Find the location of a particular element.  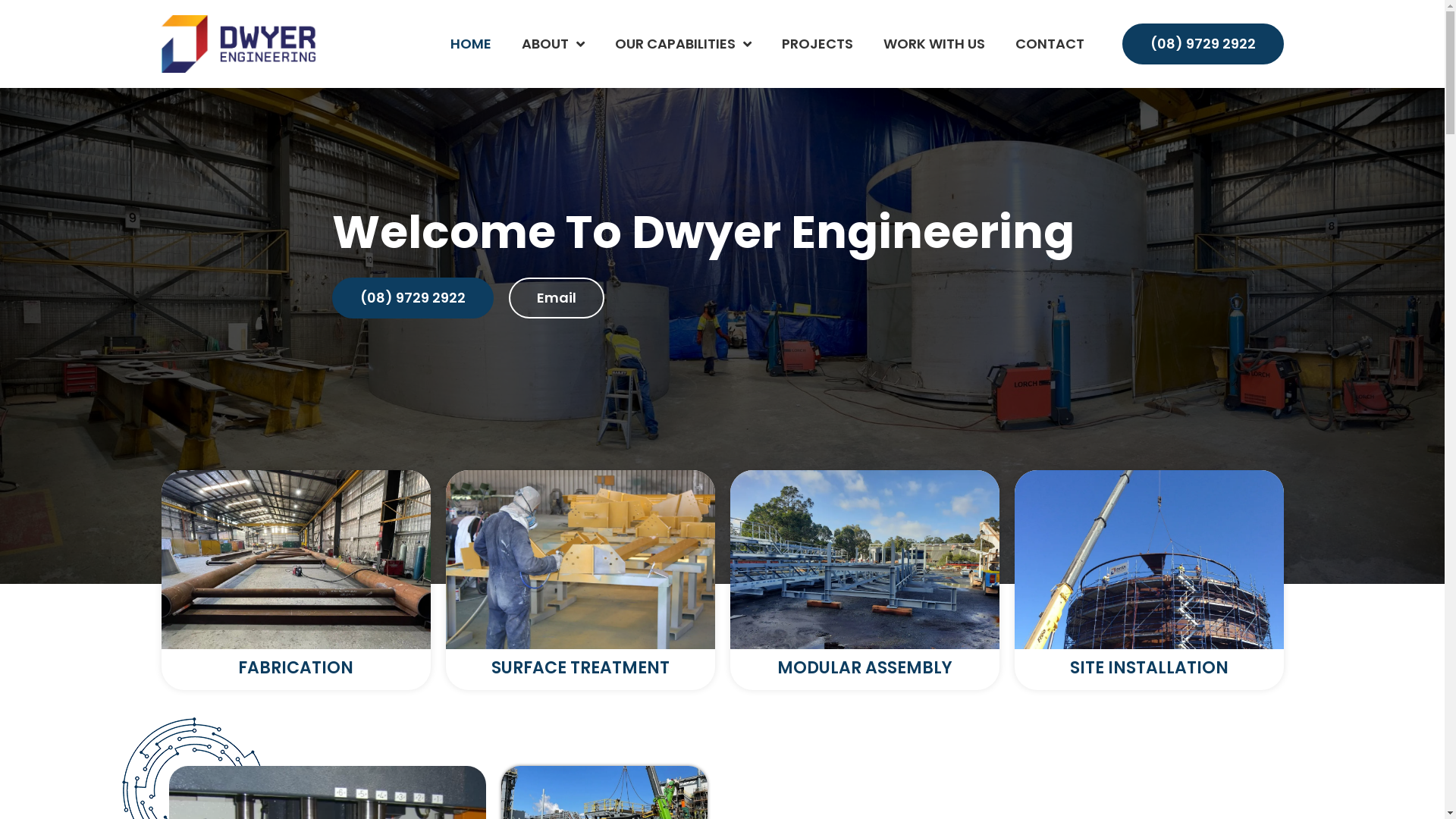

'OUR CAPABILITIES' is located at coordinates (682, 42).